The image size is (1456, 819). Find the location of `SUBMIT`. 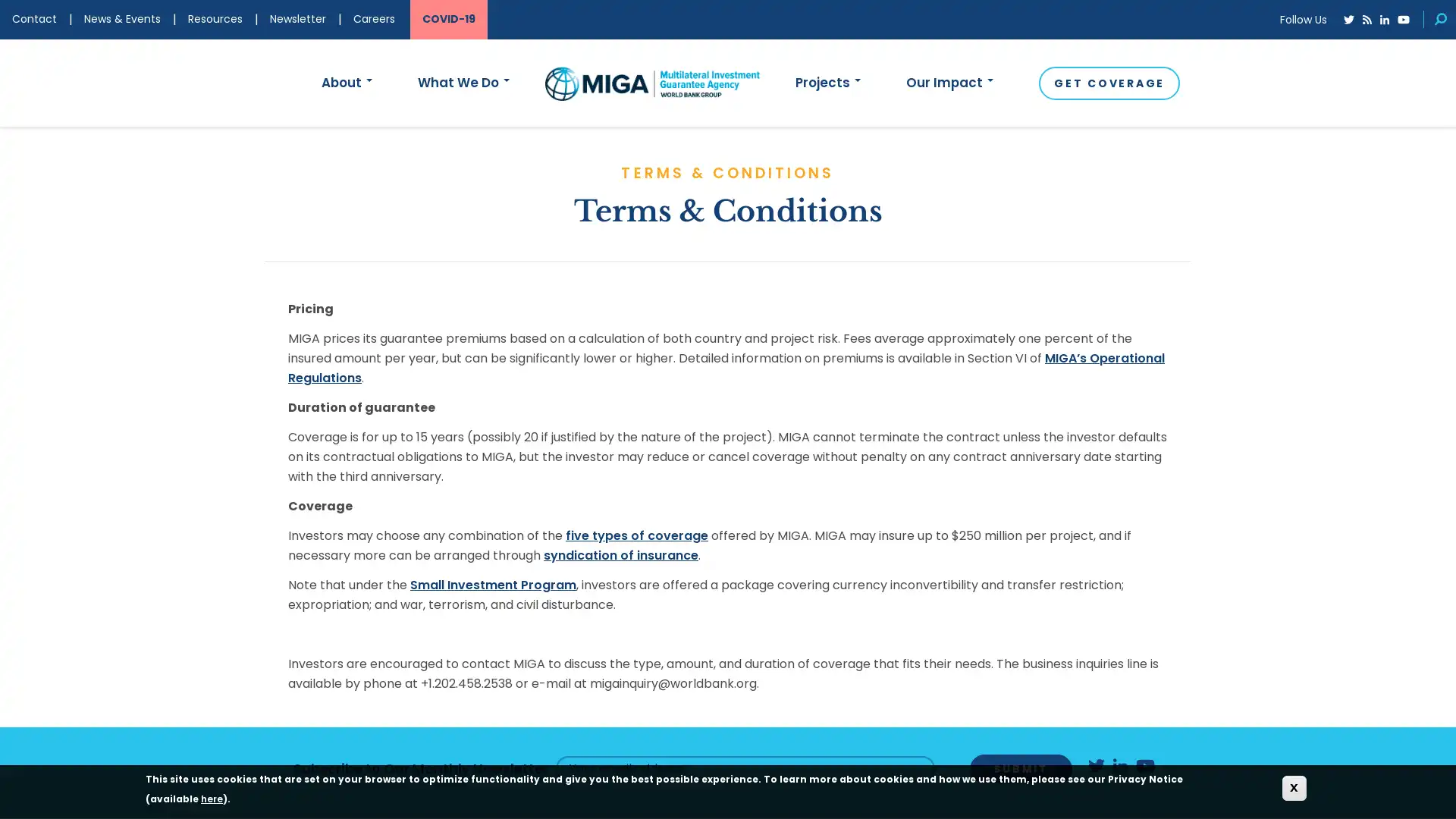

SUBMIT is located at coordinates (1020, 768).